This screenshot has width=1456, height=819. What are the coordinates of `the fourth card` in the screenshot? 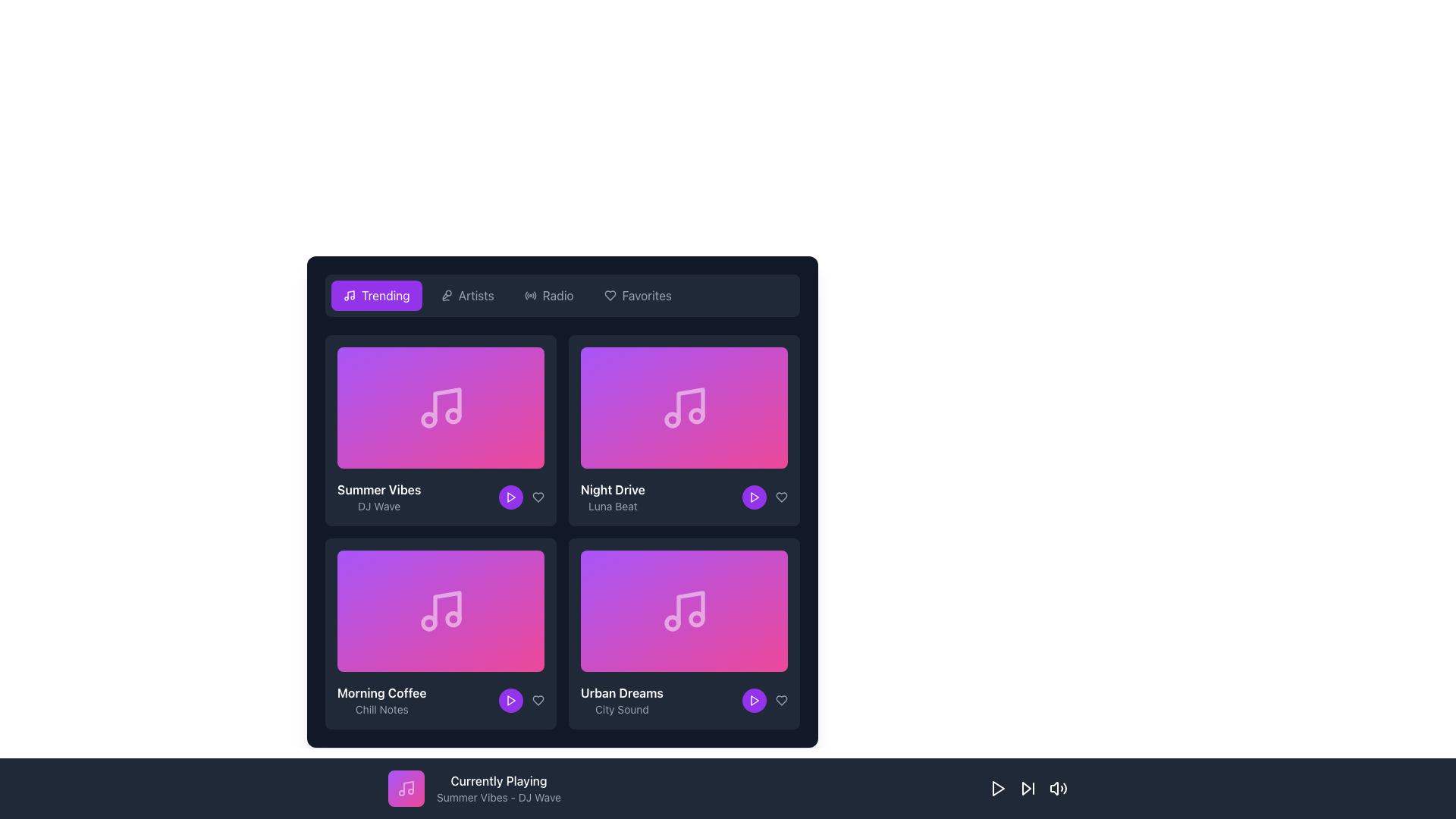 It's located at (683, 634).